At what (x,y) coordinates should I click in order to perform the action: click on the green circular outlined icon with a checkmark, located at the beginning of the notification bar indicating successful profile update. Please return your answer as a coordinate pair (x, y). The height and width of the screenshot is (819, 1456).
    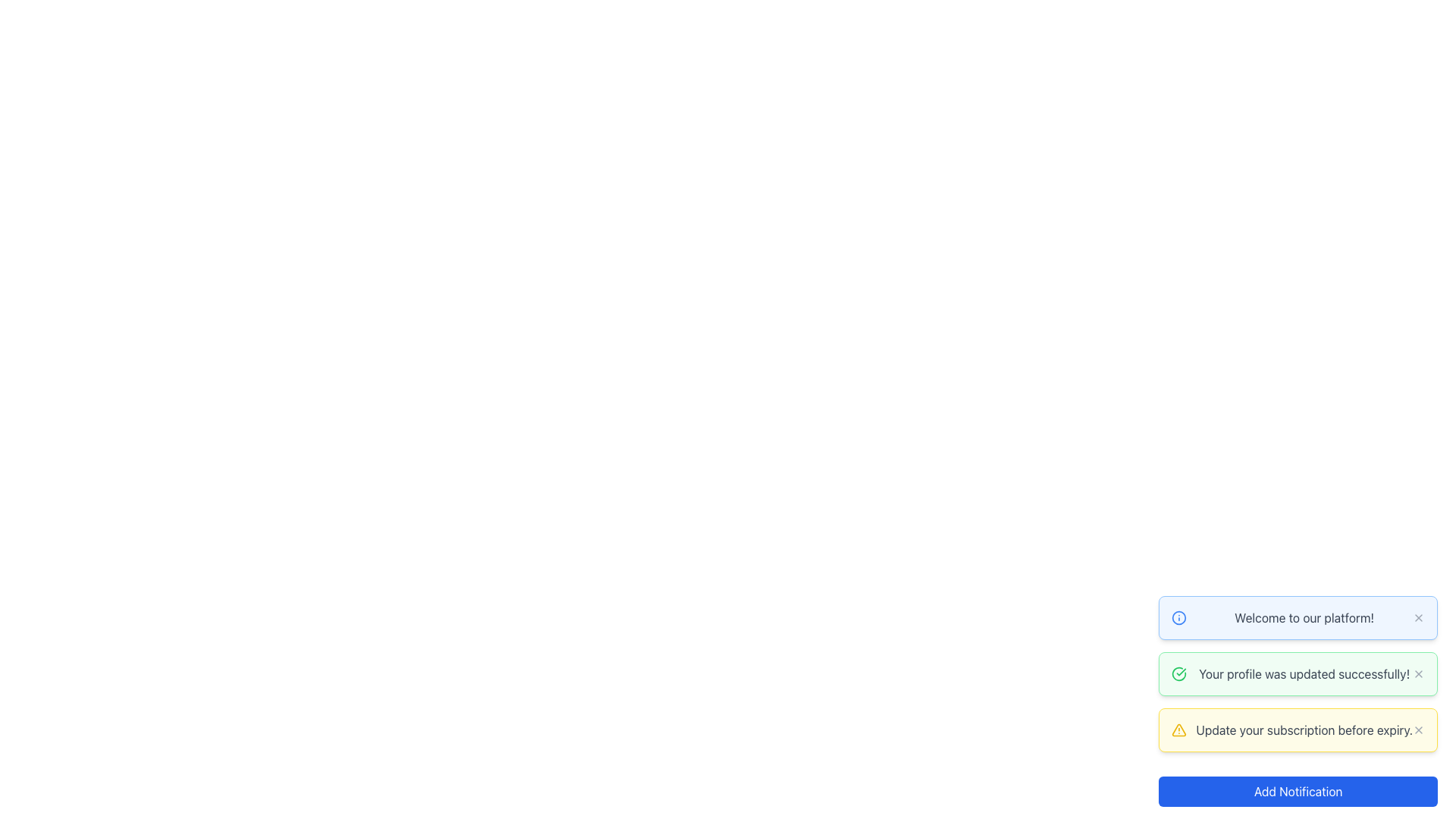
    Looking at the image, I should click on (1178, 673).